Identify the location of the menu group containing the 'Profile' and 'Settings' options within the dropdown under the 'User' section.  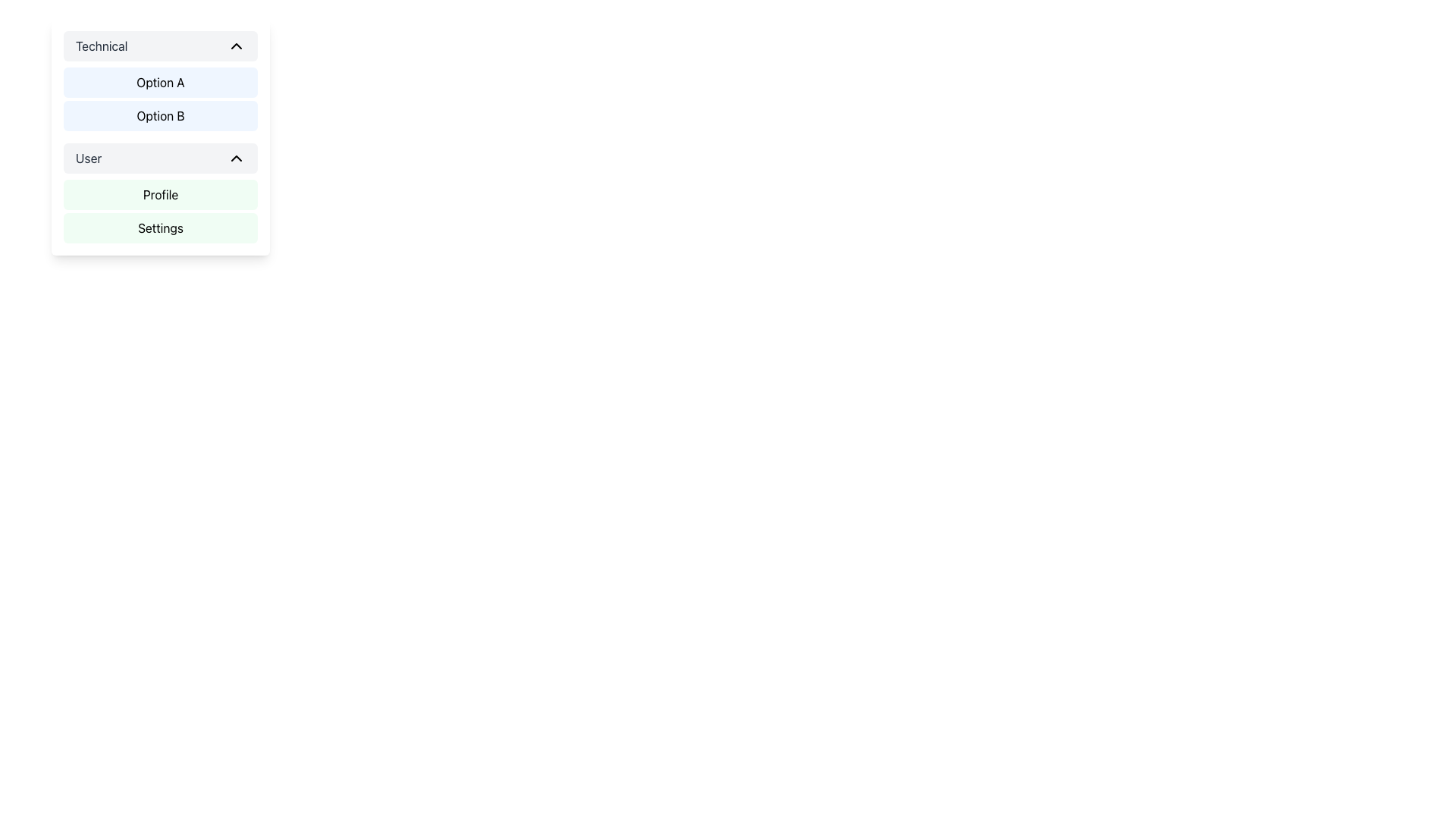
(160, 192).